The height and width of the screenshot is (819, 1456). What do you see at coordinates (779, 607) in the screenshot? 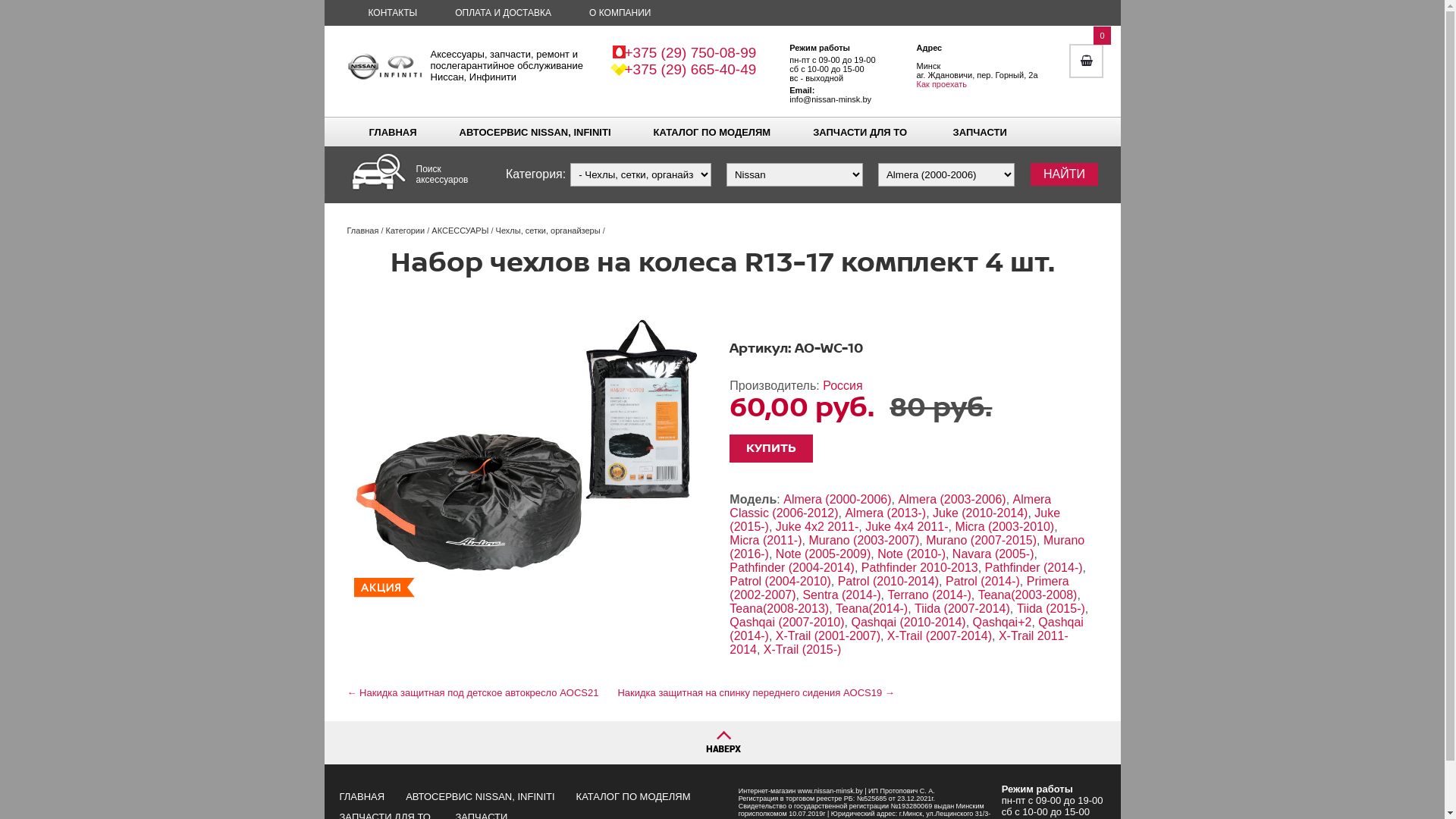
I see `'Teana(2008-2013)'` at bounding box center [779, 607].